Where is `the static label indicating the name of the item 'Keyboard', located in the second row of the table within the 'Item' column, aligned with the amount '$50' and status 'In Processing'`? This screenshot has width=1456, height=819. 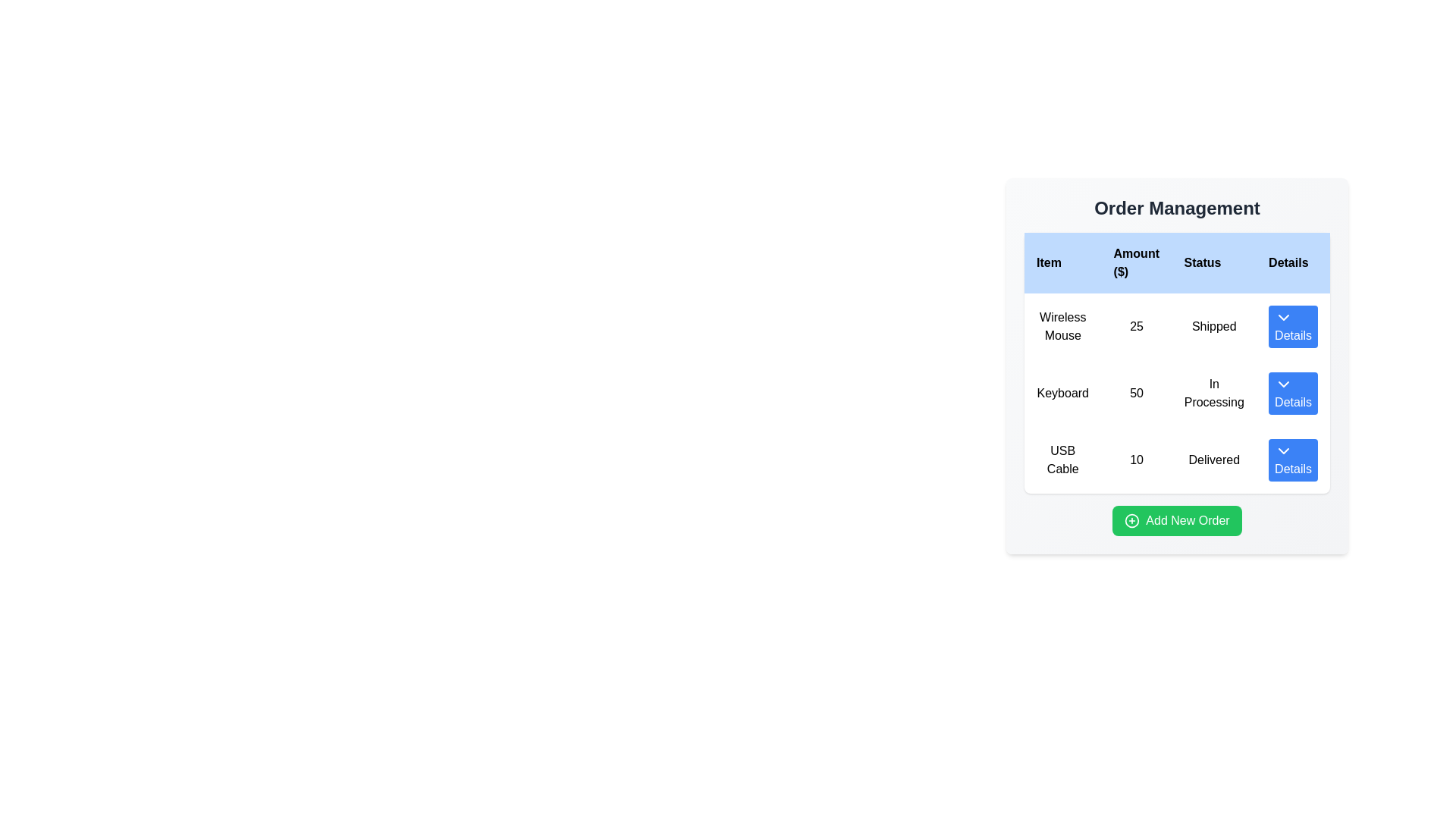
the static label indicating the name of the item 'Keyboard', located in the second row of the table within the 'Item' column, aligned with the amount '$50' and status 'In Processing' is located at coordinates (1062, 393).